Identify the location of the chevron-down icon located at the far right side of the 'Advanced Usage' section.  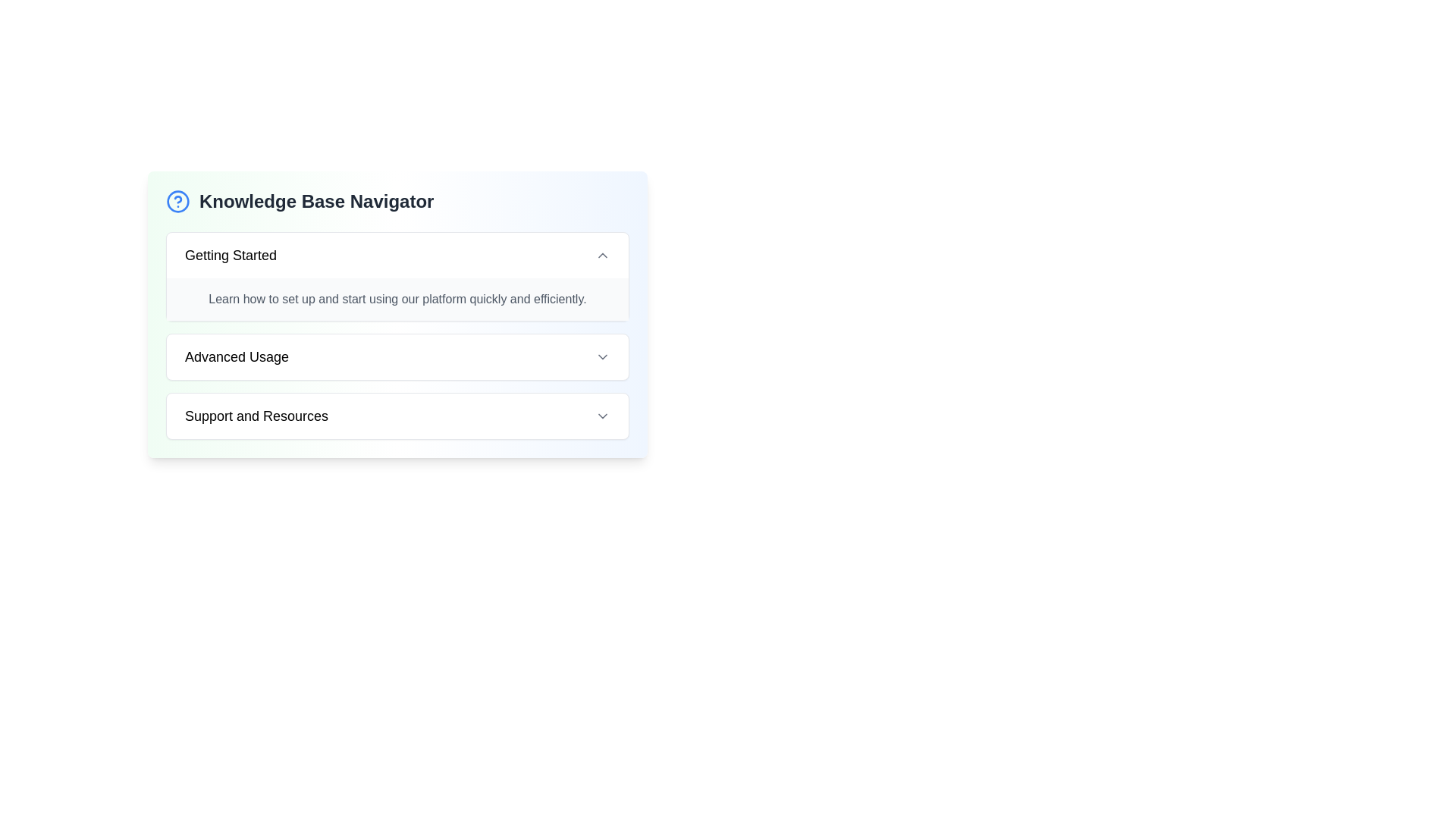
(602, 356).